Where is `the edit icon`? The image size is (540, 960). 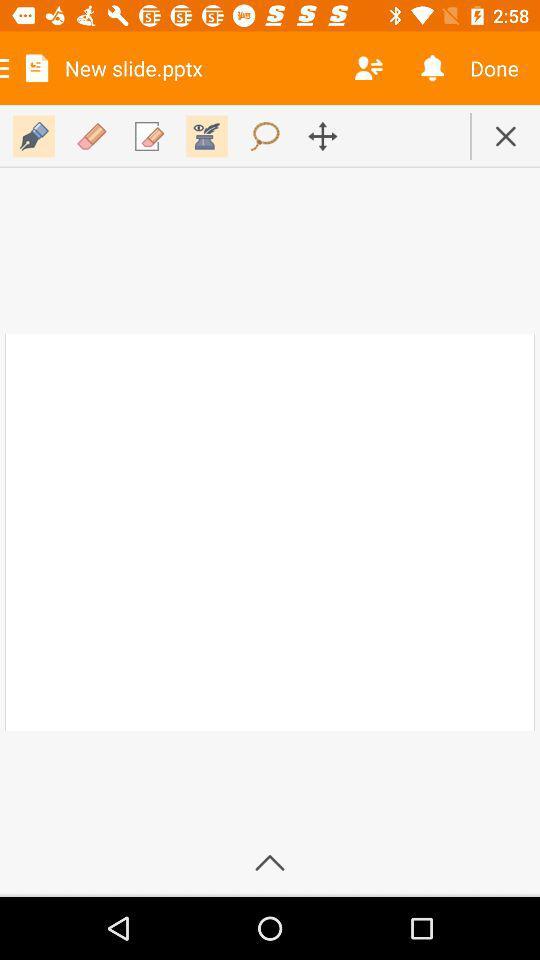 the edit icon is located at coordinates (33, 135).